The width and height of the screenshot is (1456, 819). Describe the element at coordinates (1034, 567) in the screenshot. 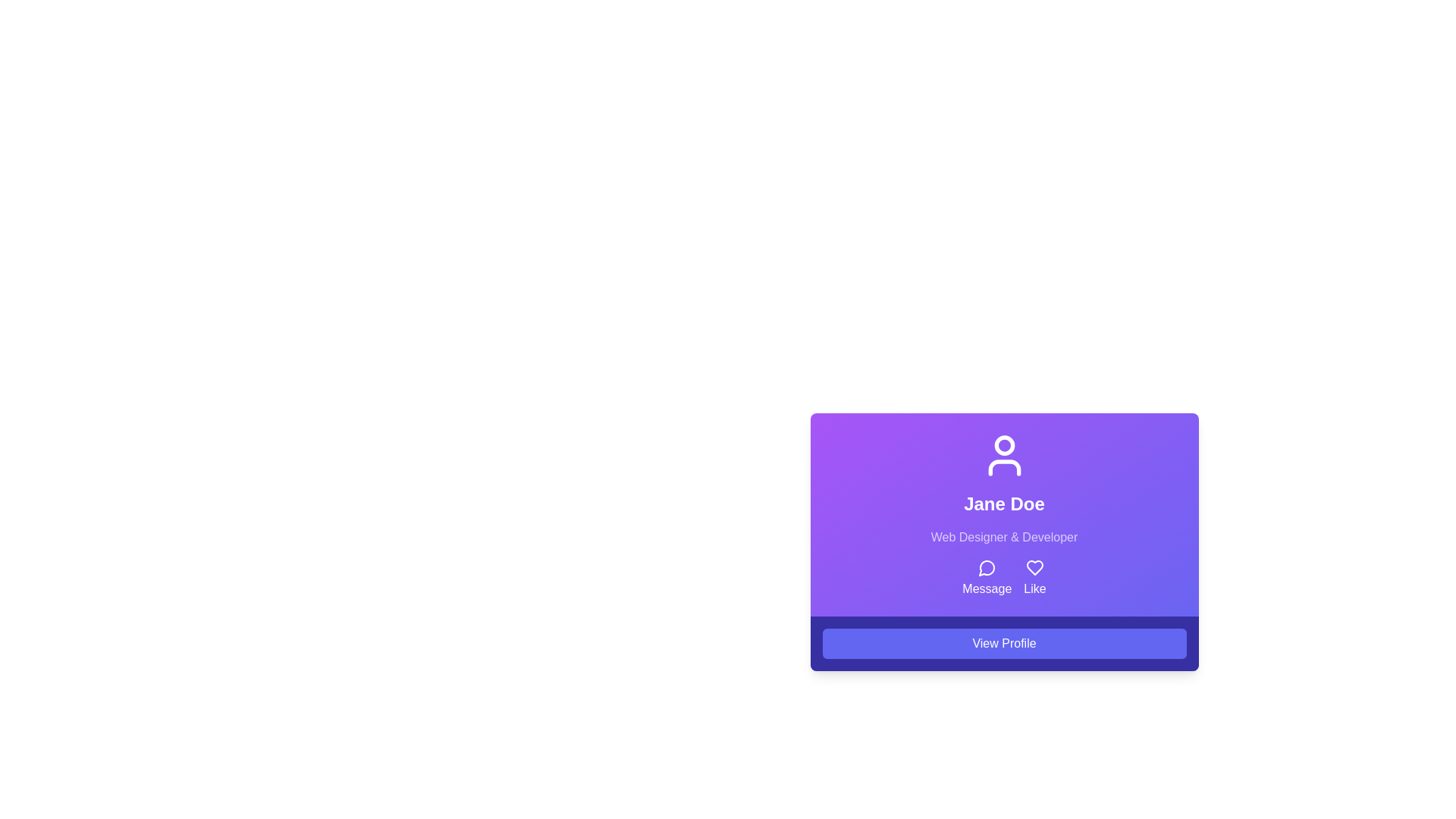

I see `the heart-shaped icon located at the bottom-center of the card to like the profile` at that location.